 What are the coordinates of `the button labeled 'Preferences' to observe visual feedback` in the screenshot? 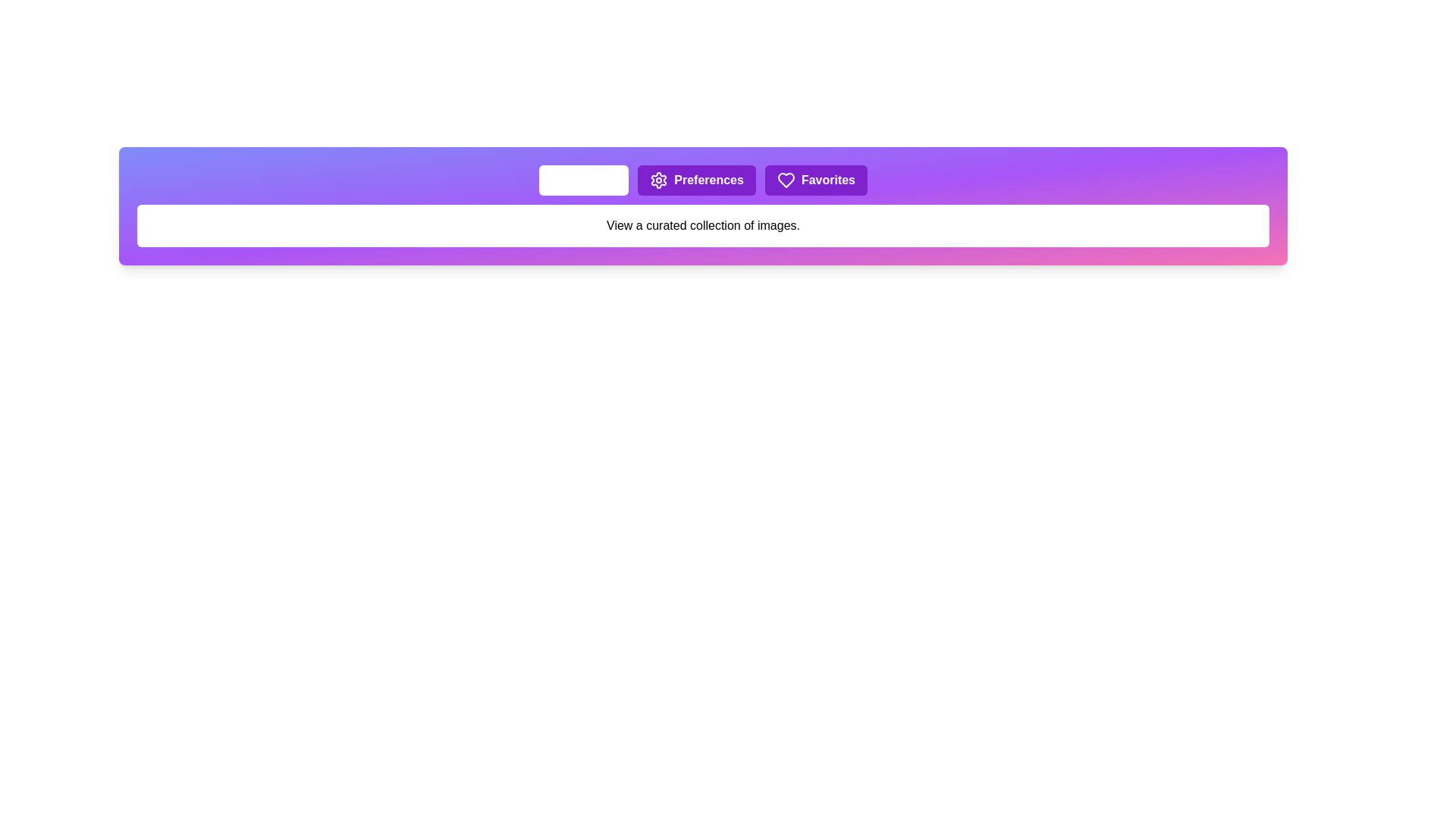 It's located at (695, 180).